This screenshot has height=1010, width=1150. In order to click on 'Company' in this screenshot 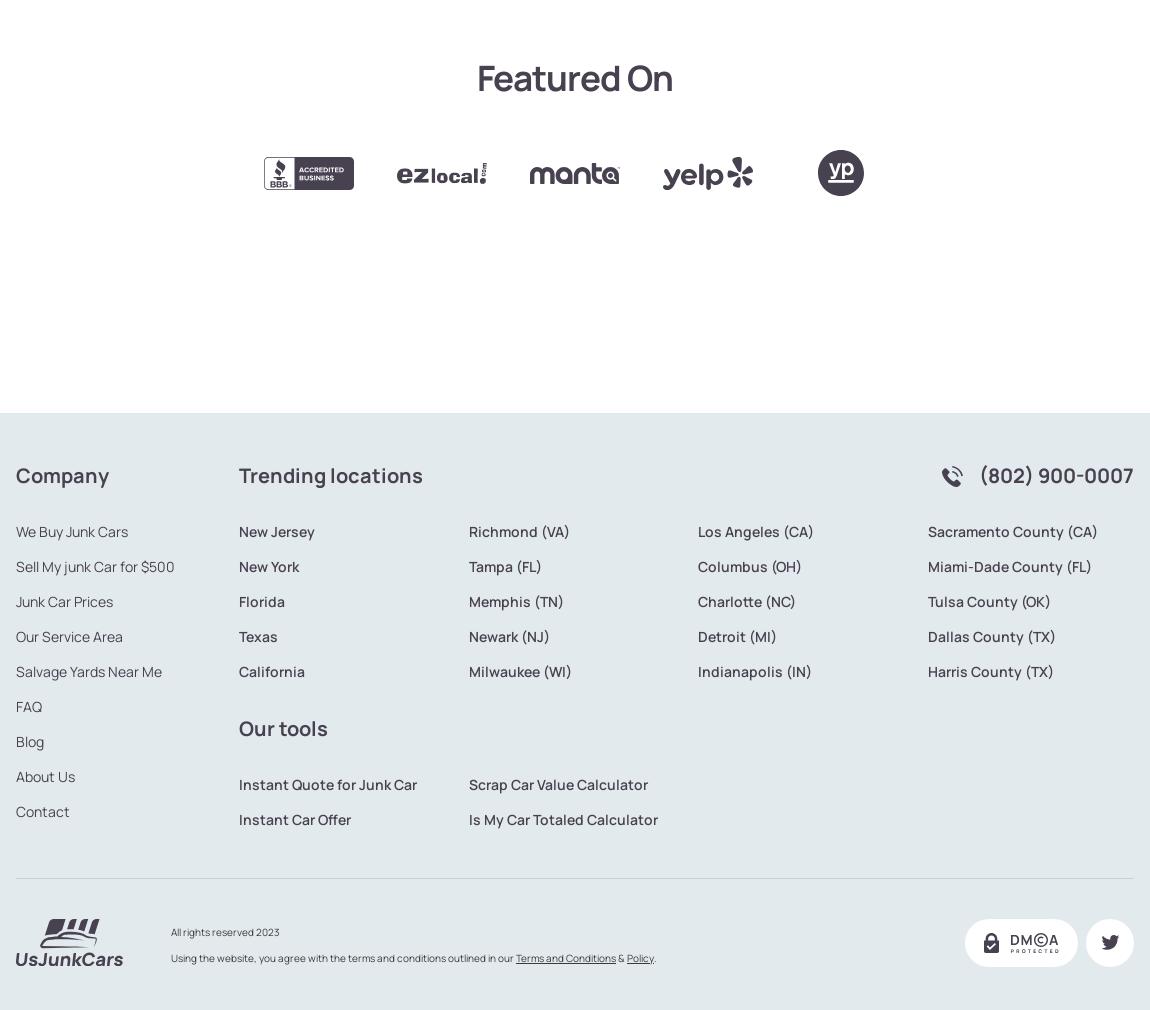, I will do `click(61, 408)`.